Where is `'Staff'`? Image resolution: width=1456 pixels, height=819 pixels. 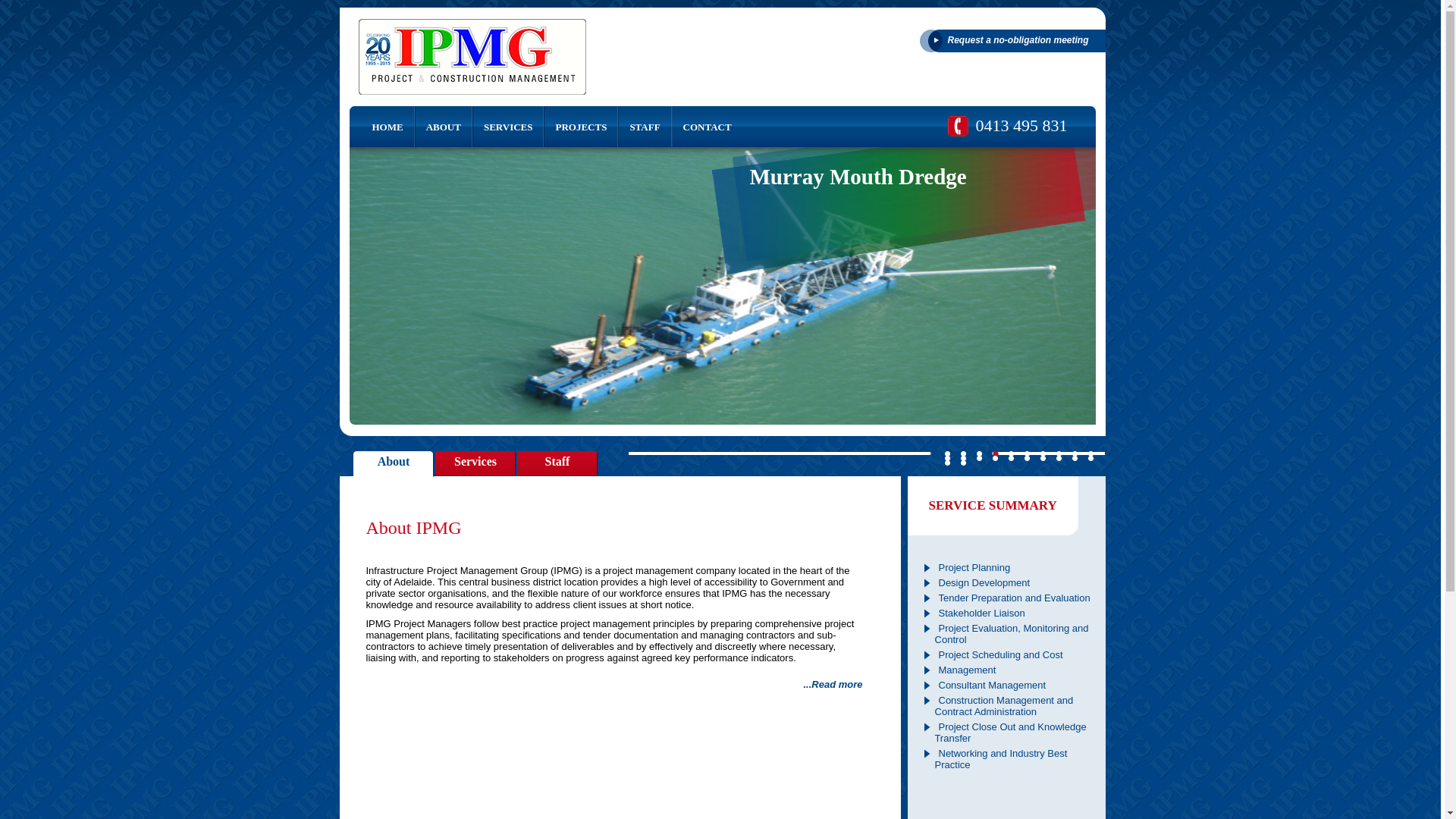
'Staff' is located at coordinates (557, 463).